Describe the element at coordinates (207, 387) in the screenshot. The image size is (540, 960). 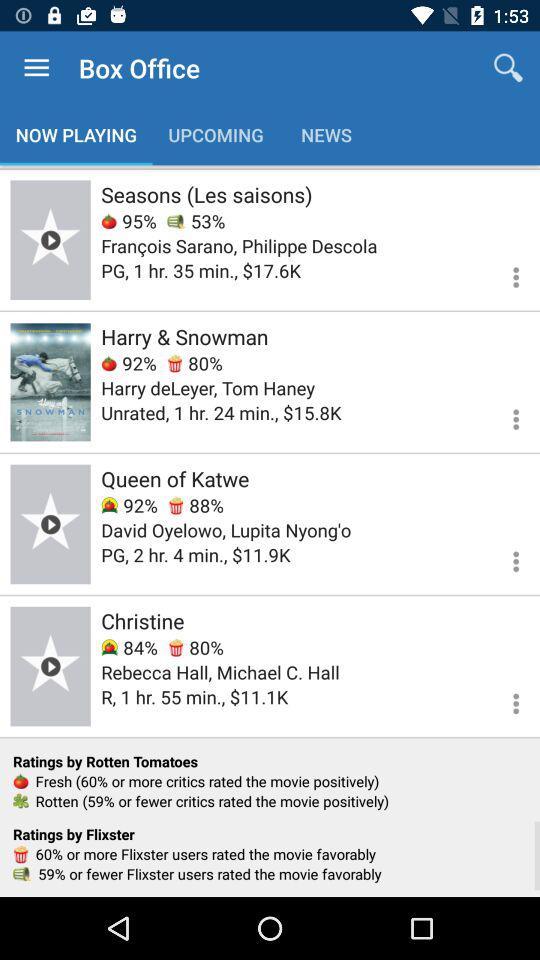
I see `harry deleyer tom icon` at that location.